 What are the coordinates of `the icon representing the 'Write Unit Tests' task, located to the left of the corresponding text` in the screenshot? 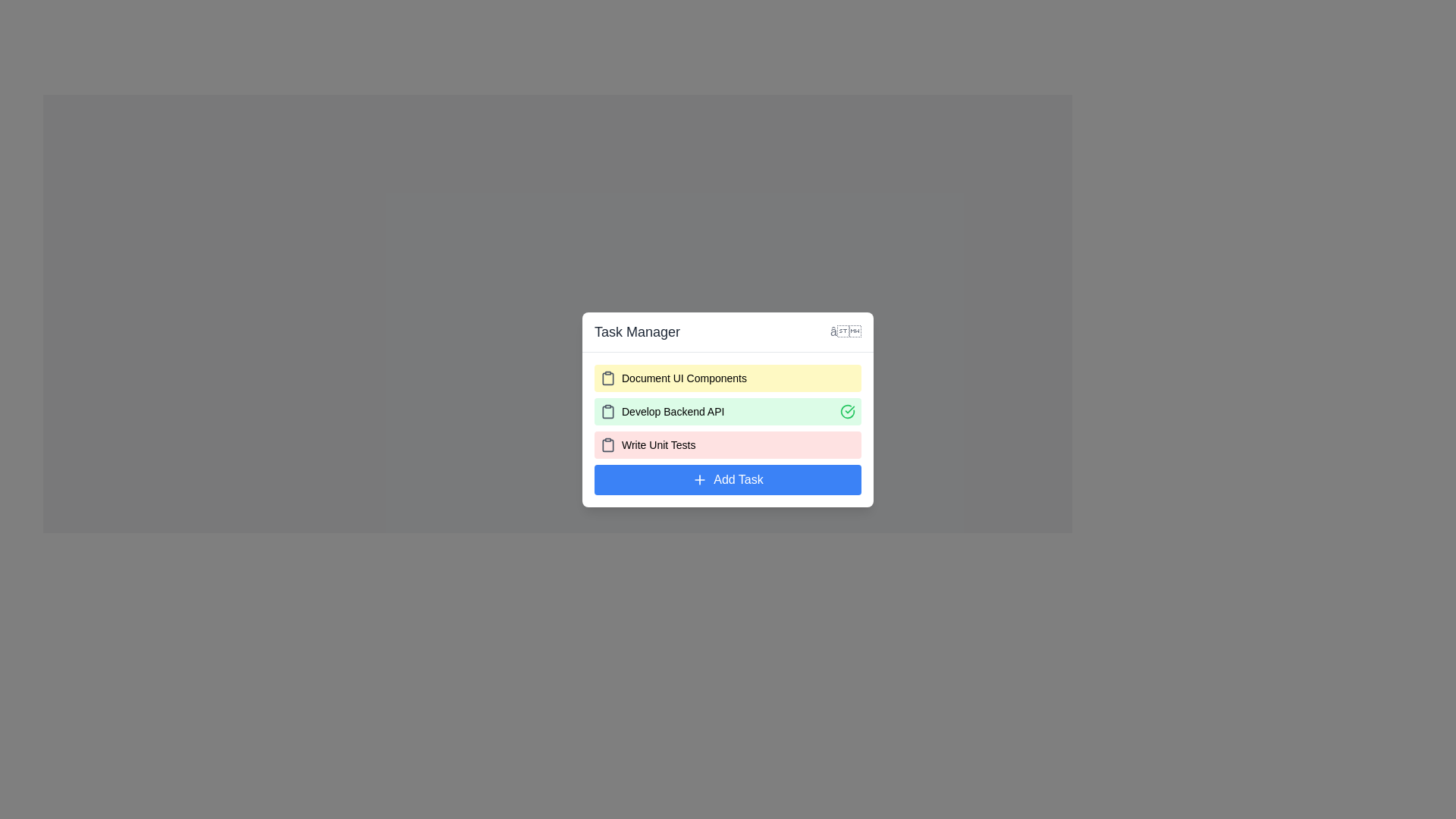 It's located at (607, 444).